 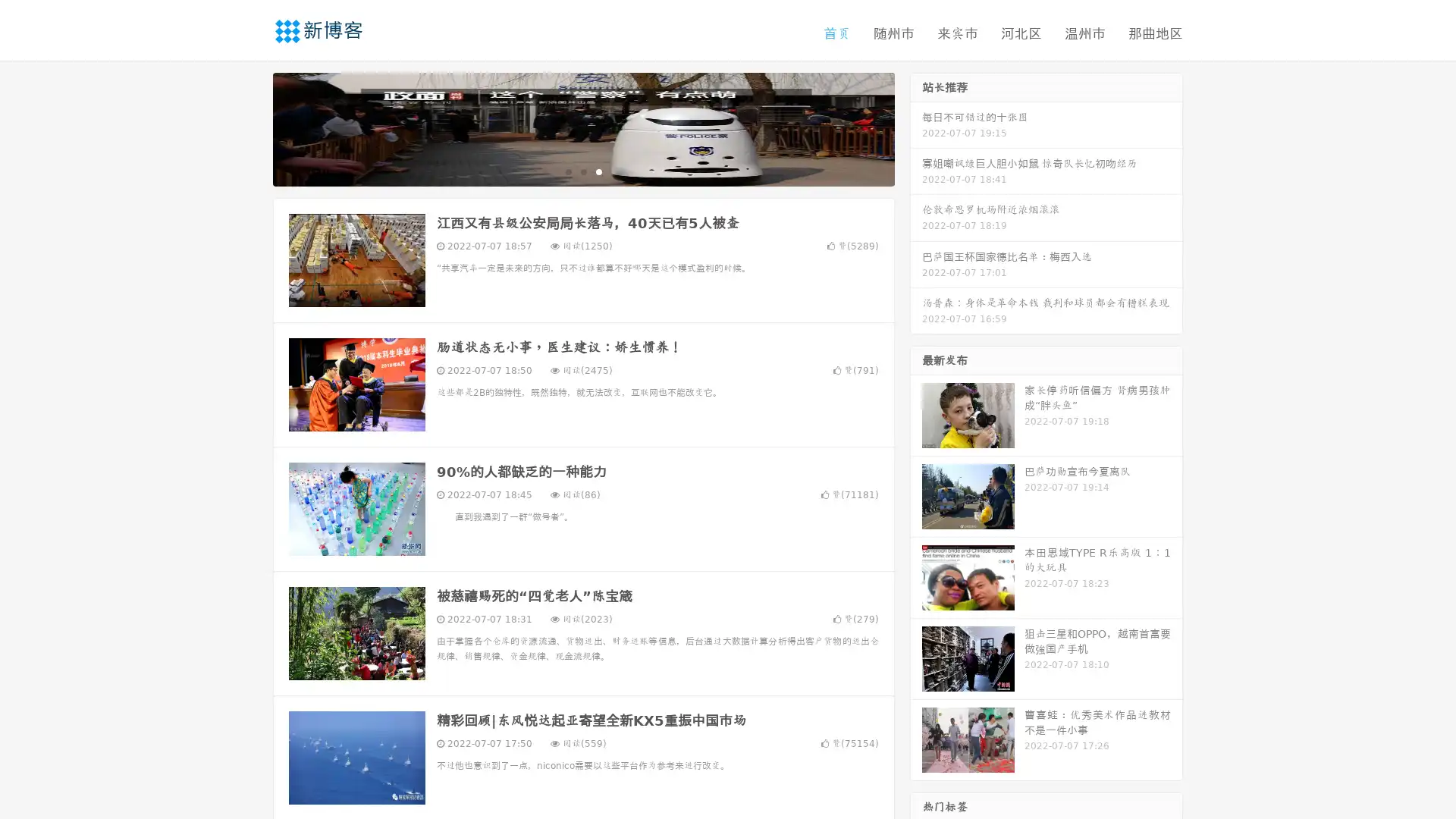 I want to click on Go to slide 3, so click(x=598, y=171).